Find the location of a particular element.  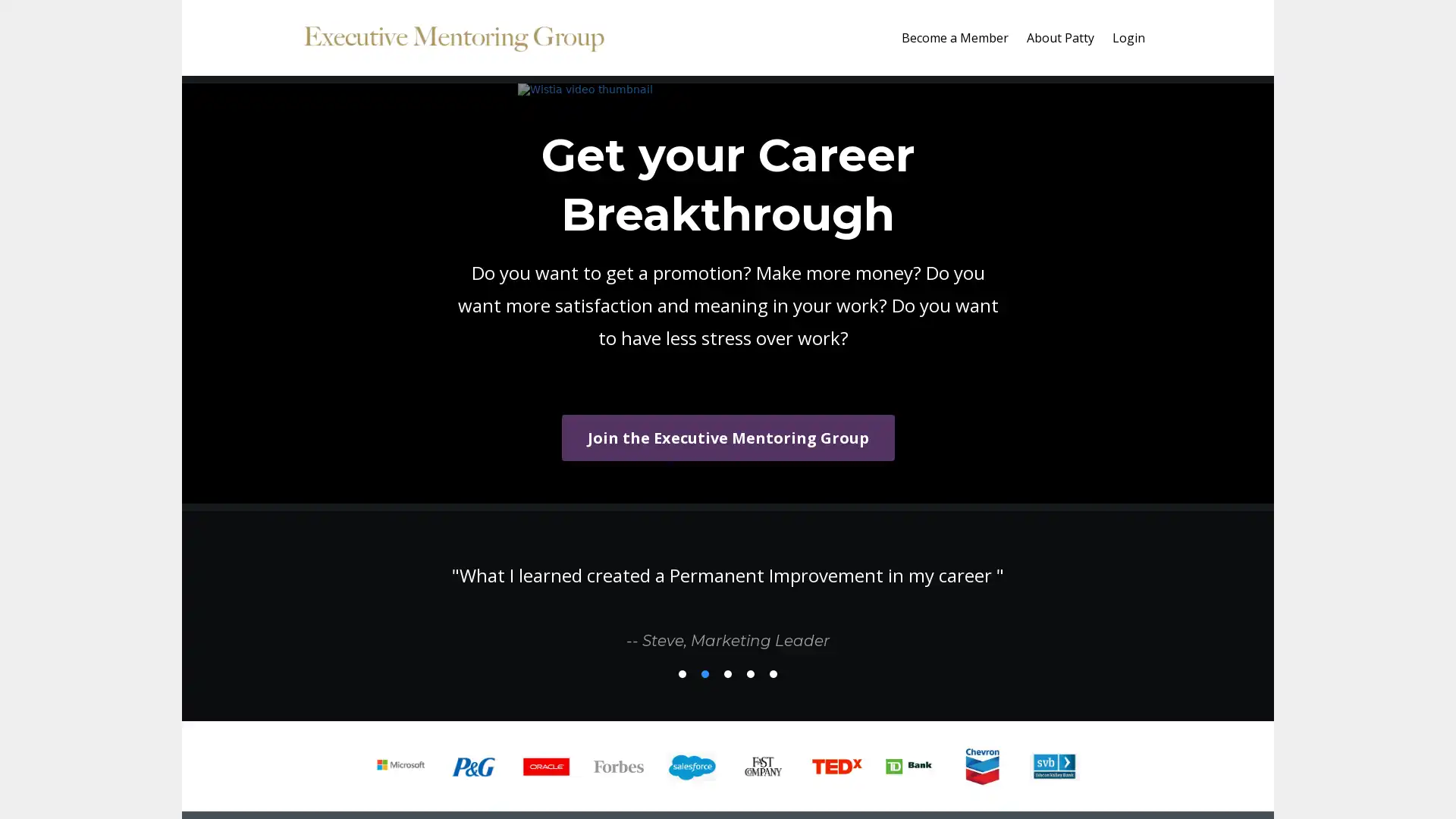

2 is located at coordinates (704, 672).